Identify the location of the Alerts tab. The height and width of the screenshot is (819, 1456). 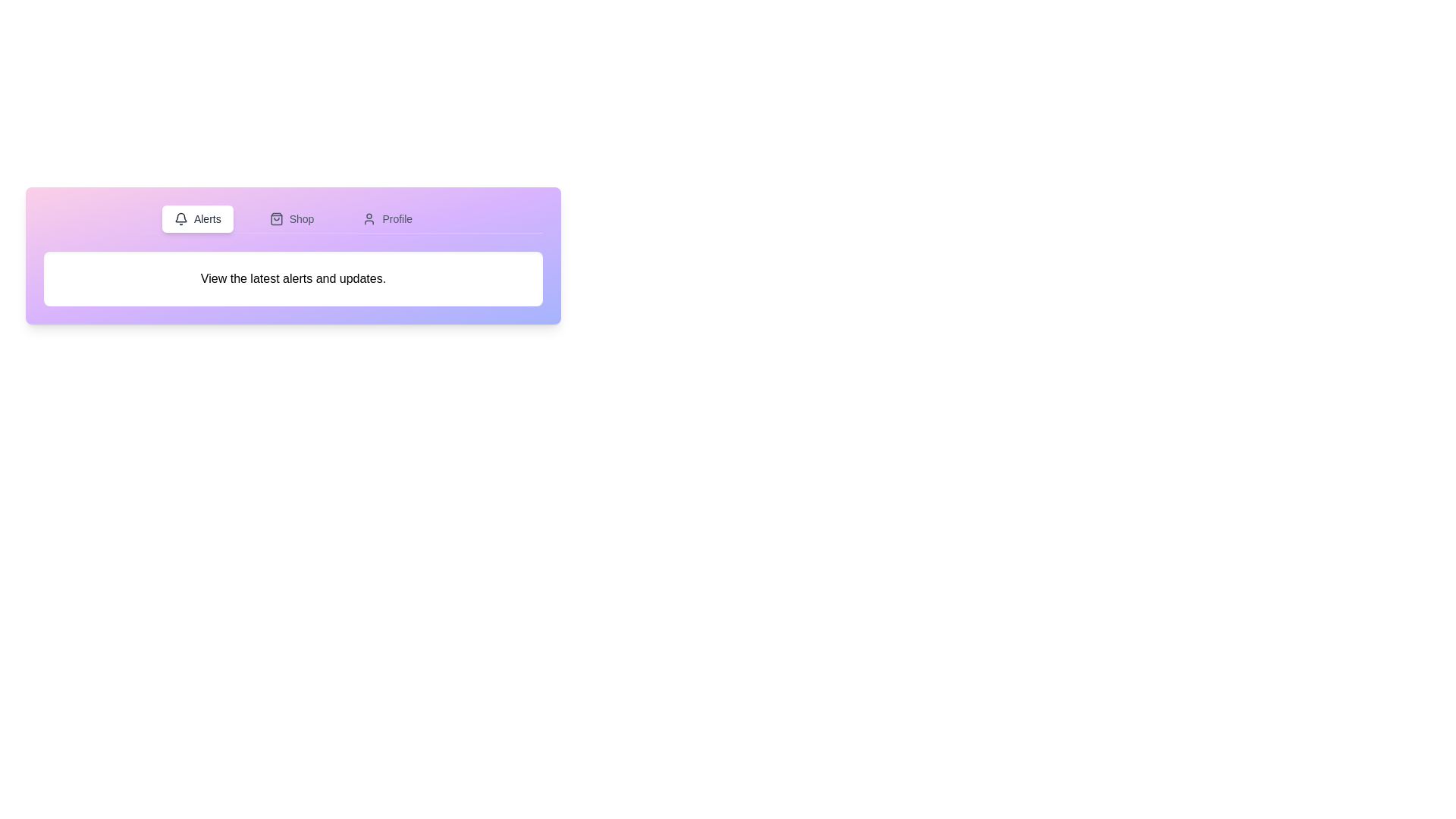
(196, 219).